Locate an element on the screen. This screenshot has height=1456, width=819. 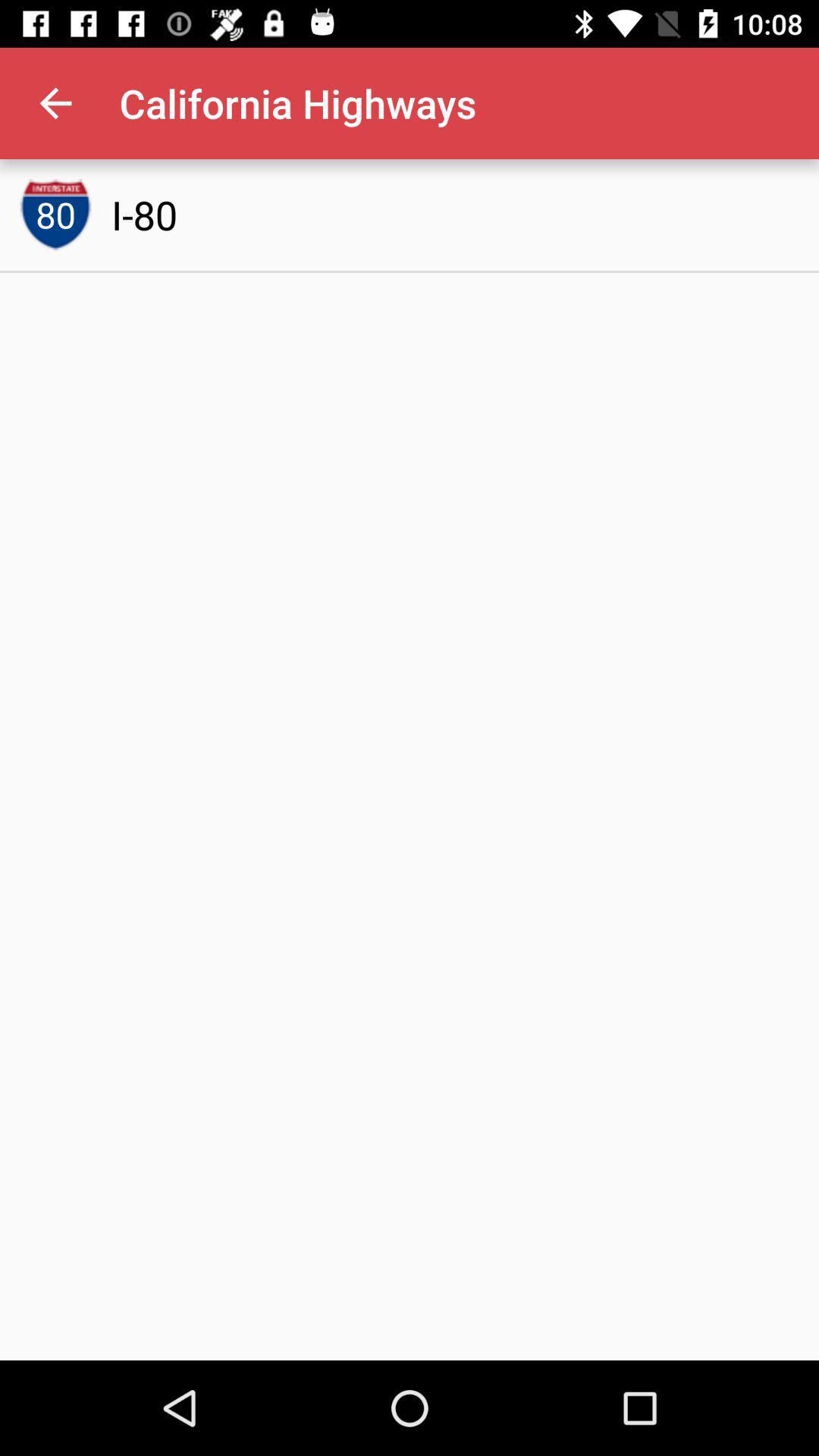
icon to the left of i-80 is located at coordinates (55, 214).